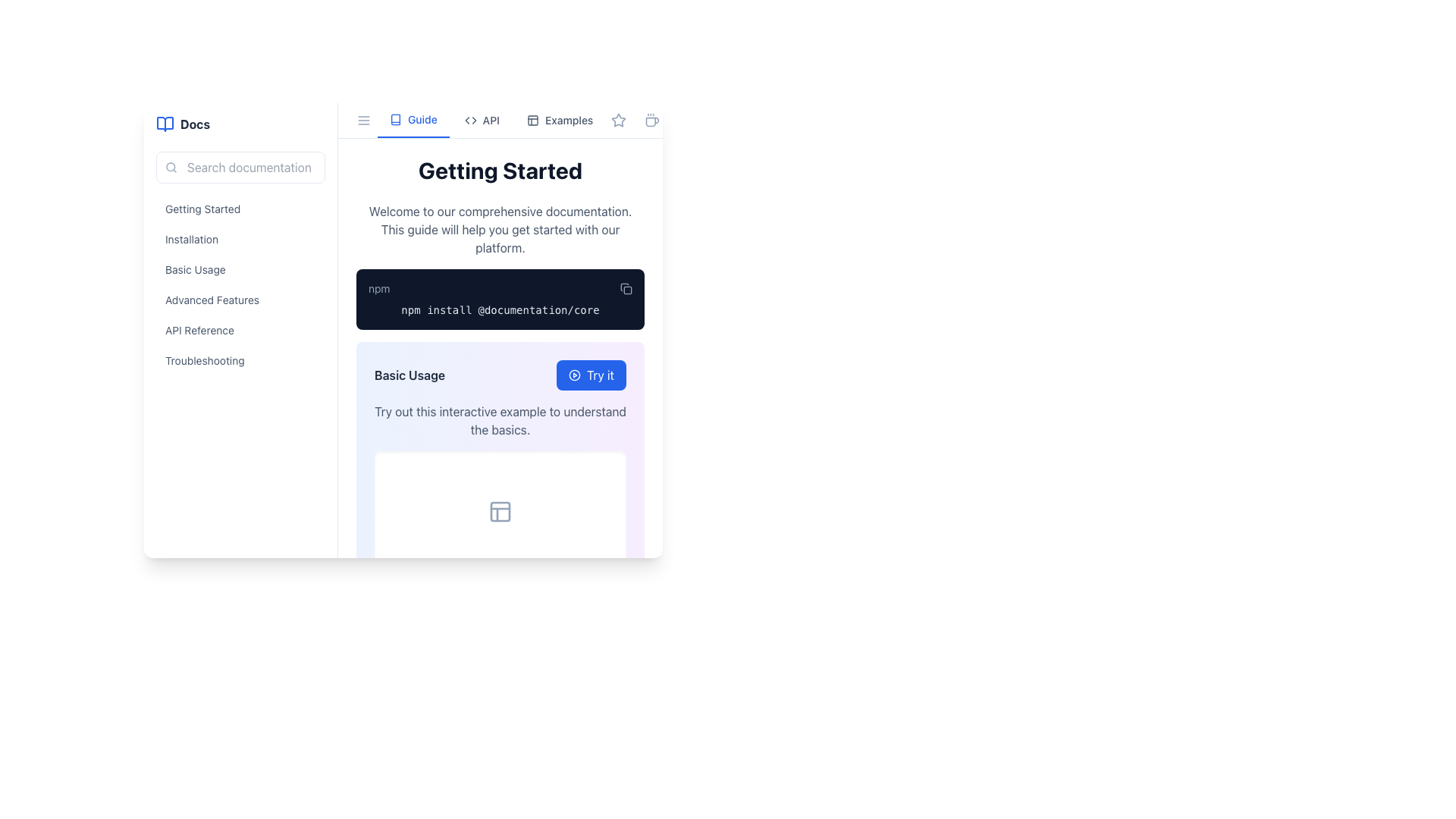 Image resolution: width=1456 pixels, height=819 pixels. I want to click on the 'Basic Usage' menu entry in the vertical navigation menu, so click(240, 268).